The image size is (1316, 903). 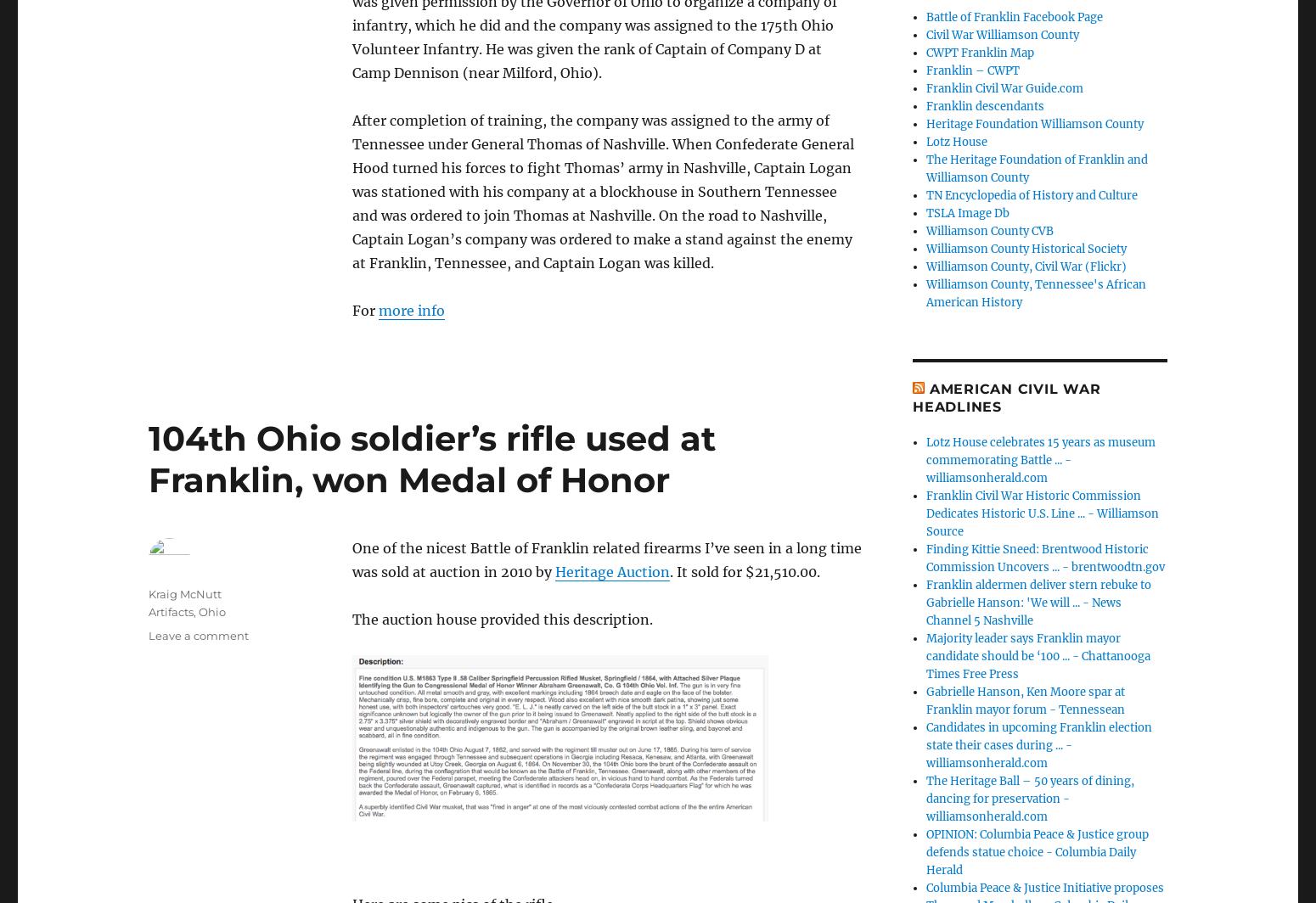 I want to click on 'The Heritage Ball – 50 years of dining, dancing for preservation - williamsonherald.com', so click(x=1030, y=798).